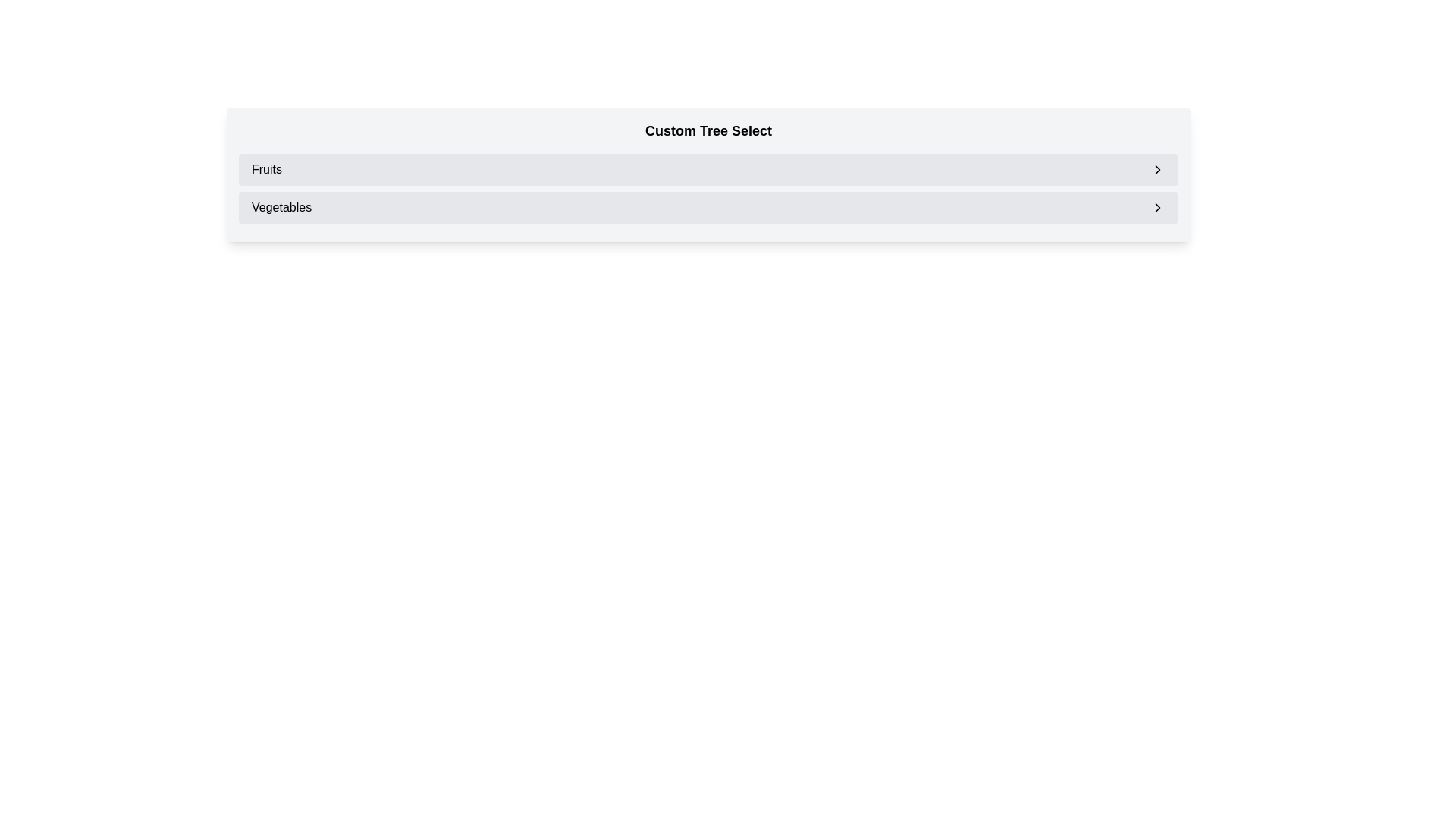 The image size is (1456, 819). What do you see at coordinates (708, 130) in the screenshot?
I see `attention on the 'Custom Tree Select' title displayed in bold, large font by moving the cursor to its center point` at bounding box center [708, 130].